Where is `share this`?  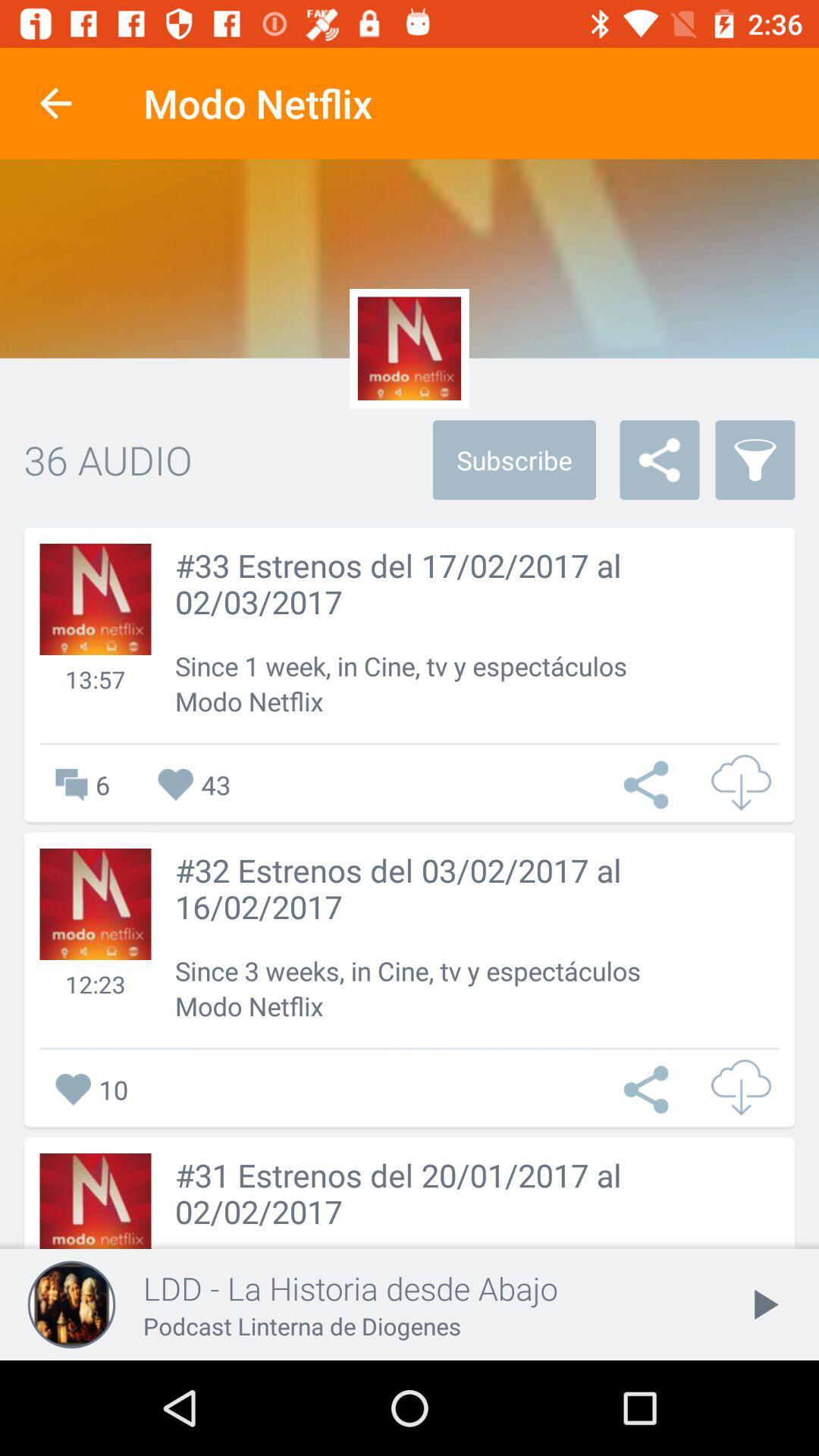 share this is located at coordinates (649, 785).